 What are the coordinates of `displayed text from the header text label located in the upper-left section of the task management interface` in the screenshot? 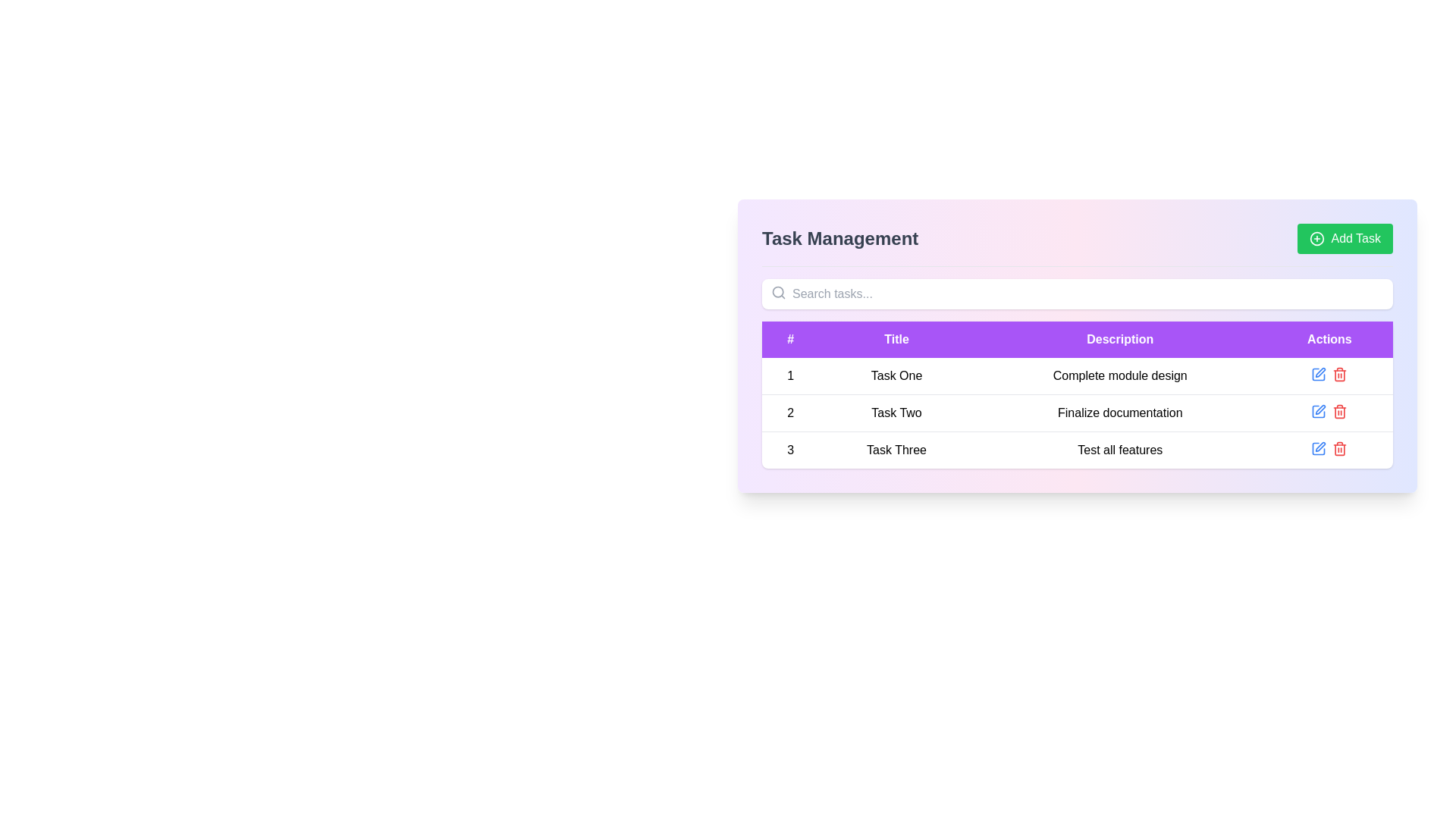 It's located at (839, 239).